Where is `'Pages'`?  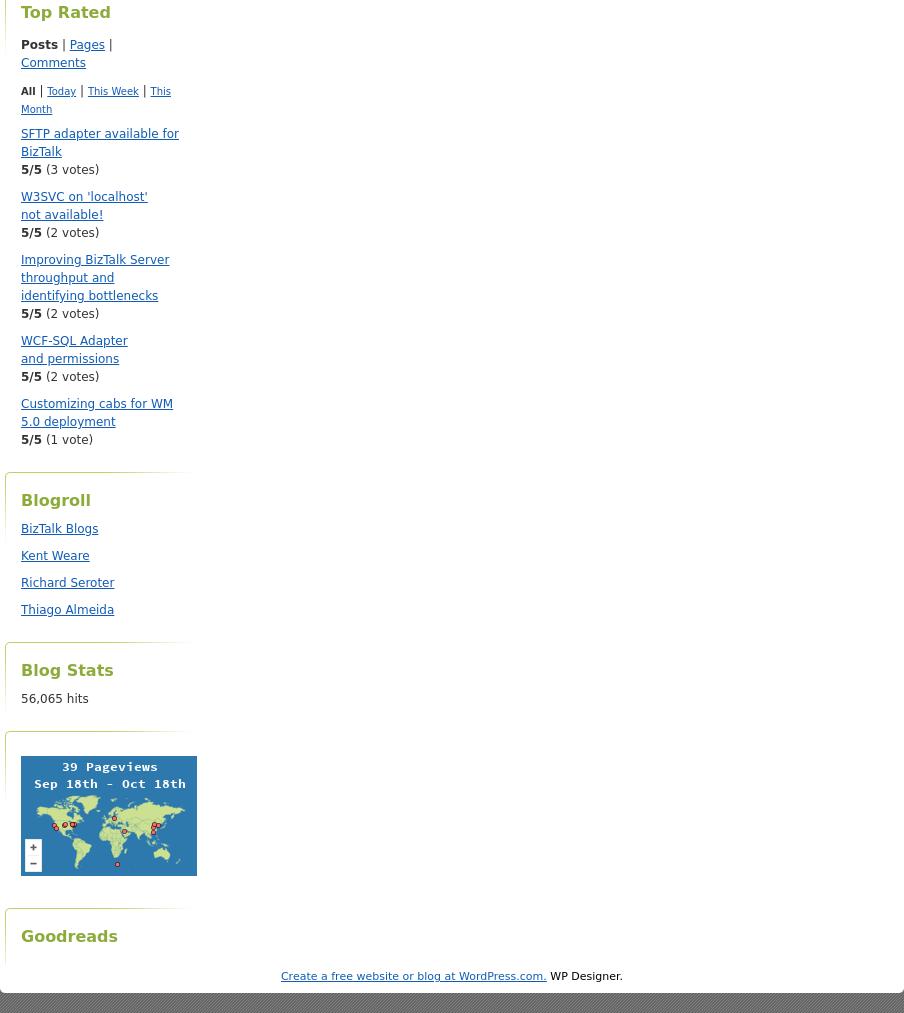
'Pages' is located at coordinates (86, 43).